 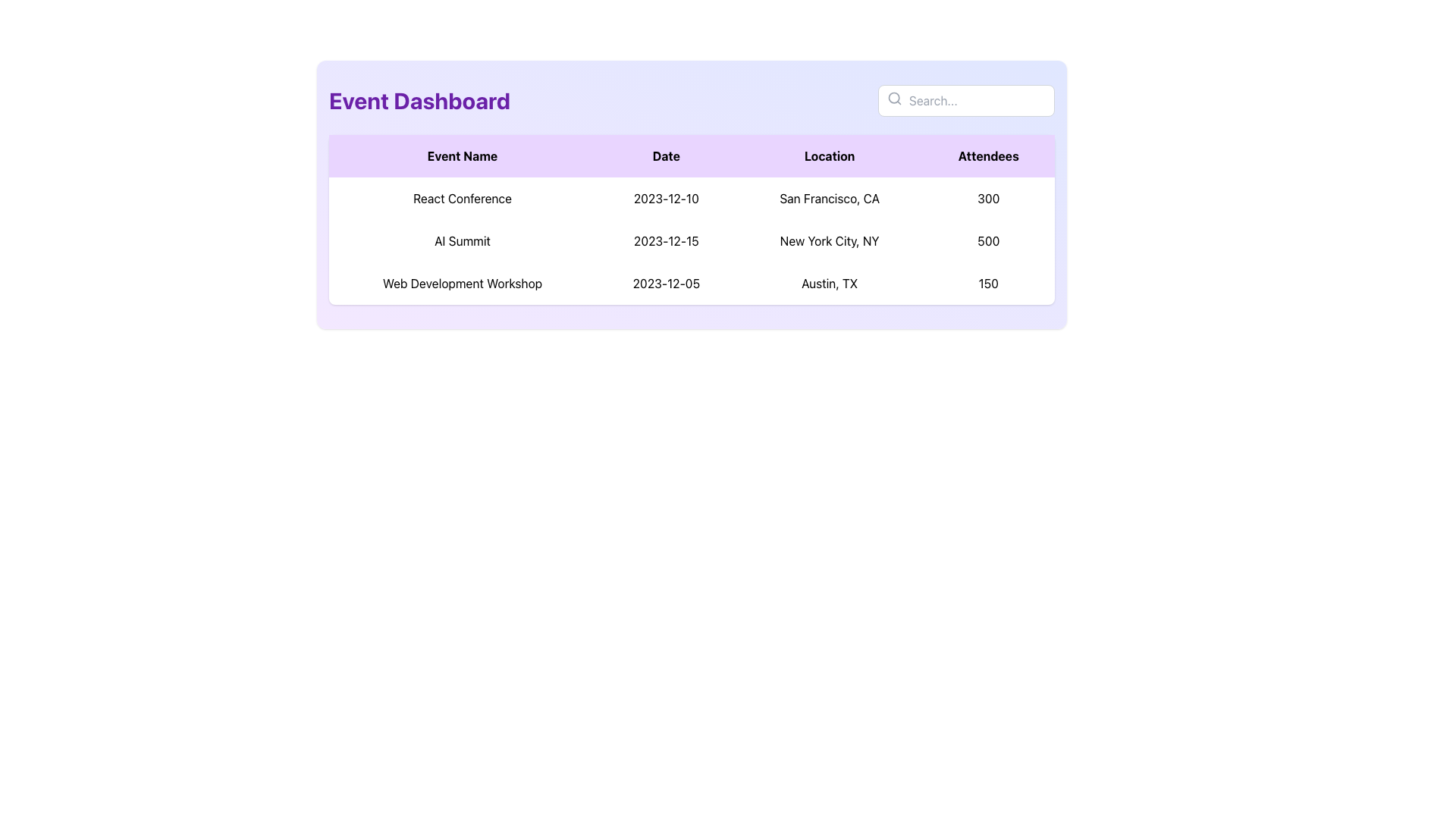 I want to click on the text label displaying 'Austin, TX', which is located in the third column of the third row of the event details table under the 'Location' column, so click(x=829, y=284).